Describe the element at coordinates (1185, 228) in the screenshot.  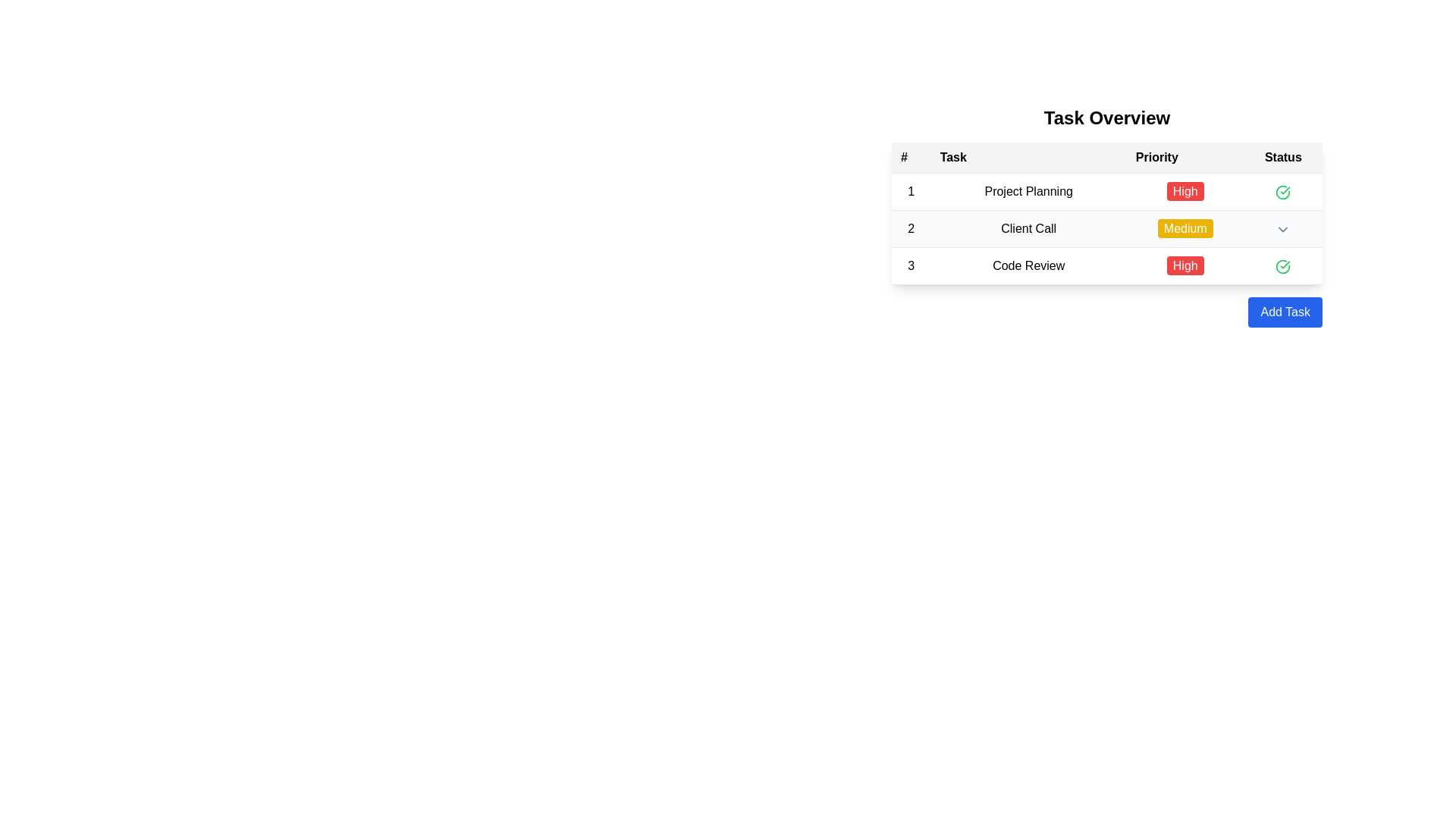
I see `the 'Medium' label located in the 'Priority' column of the second row in the task list under 'Task Overview'` at that location.